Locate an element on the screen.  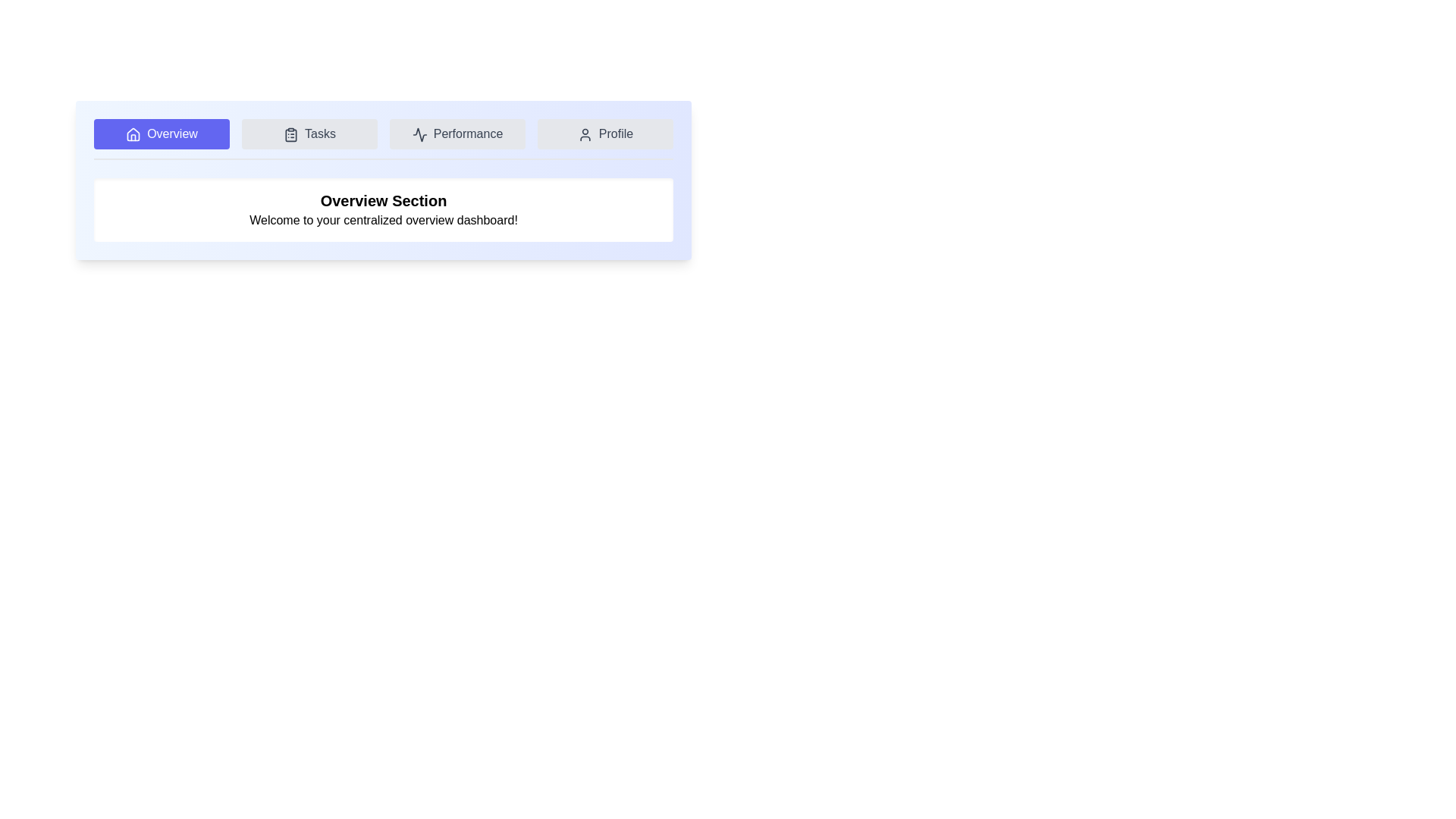
the SVG Icon that represents the 'Performance' section in the navigation bar, located in the third position from the left is located at coordinates (419, 133).